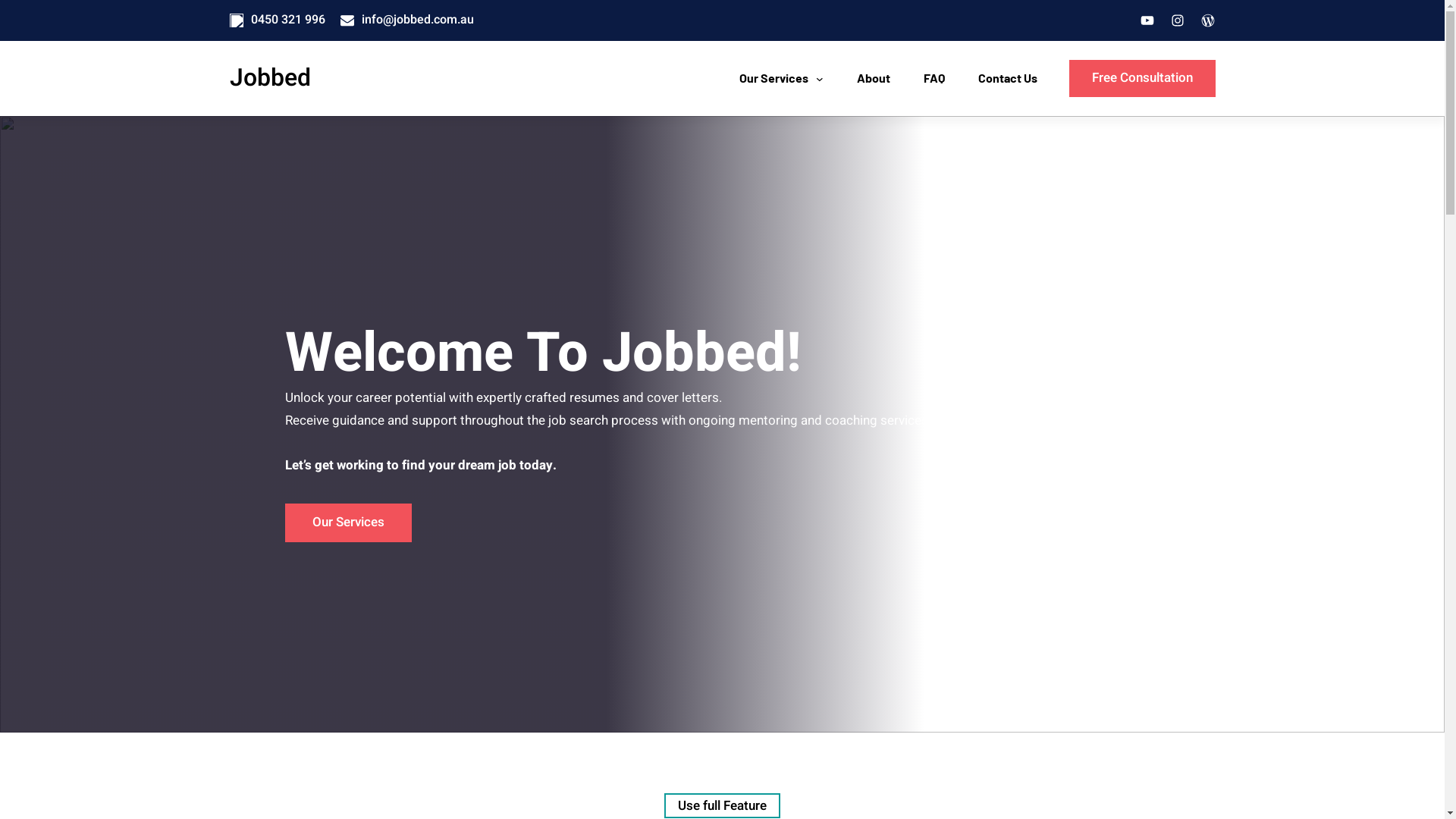  Describe the element at coordinates (874, 78) in the screenshot. I see `'About'` at that location.